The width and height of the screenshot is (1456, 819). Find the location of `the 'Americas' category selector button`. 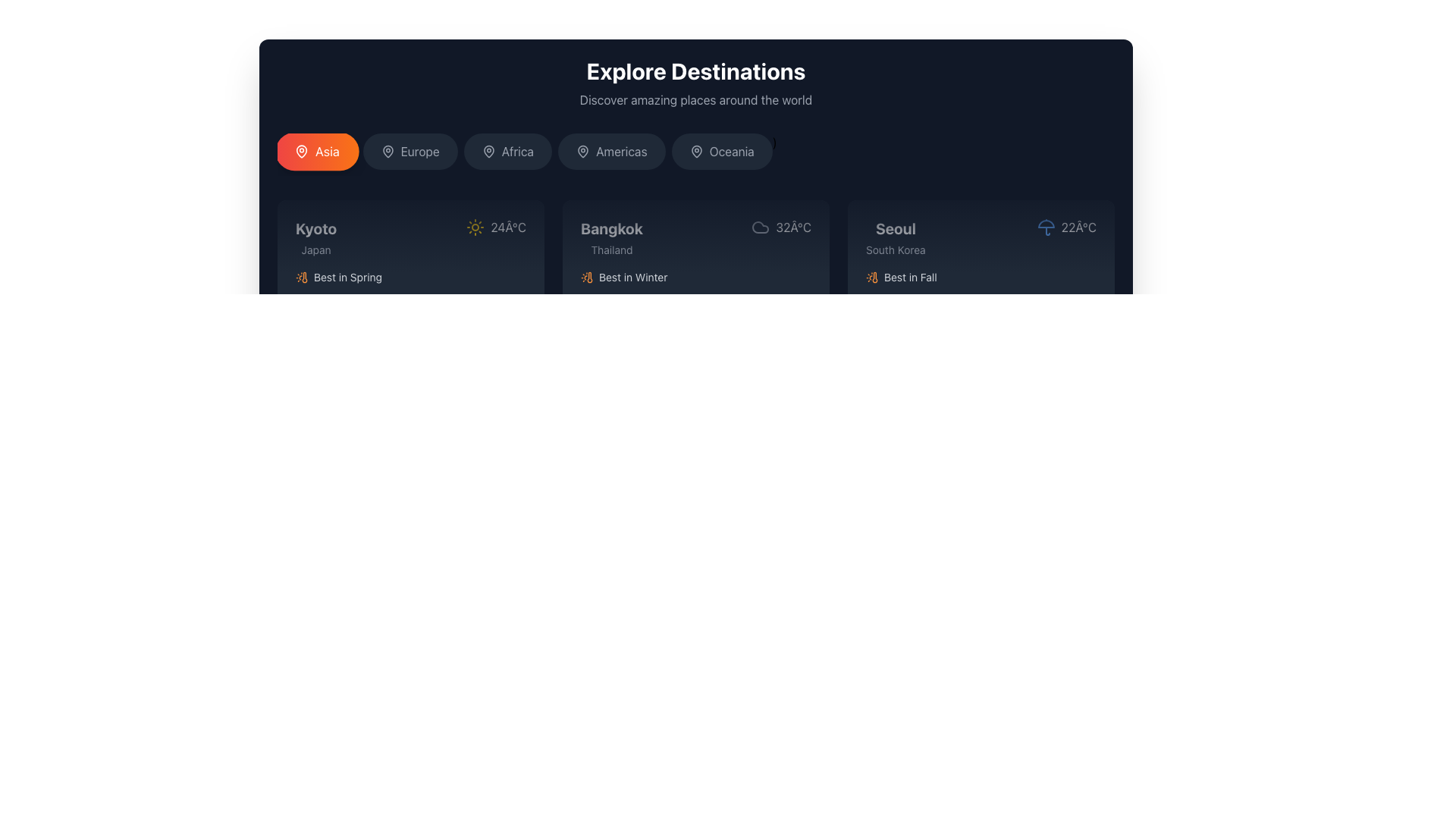

the 'Americas' category selector button is located at coordinates (611, 152).